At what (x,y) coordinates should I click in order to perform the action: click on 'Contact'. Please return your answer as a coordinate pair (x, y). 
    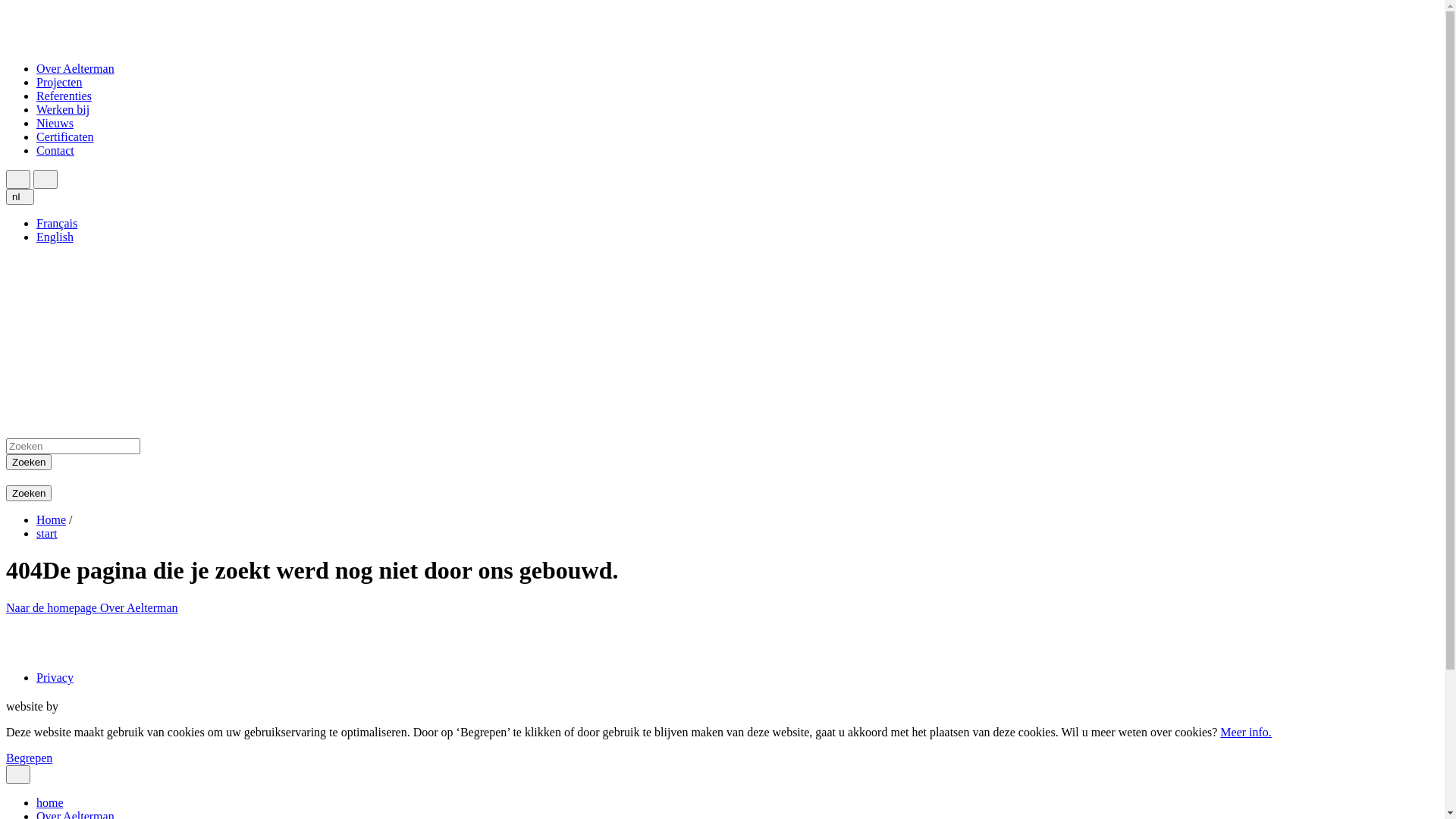
    Looking at the image, I should click on (55, 150).